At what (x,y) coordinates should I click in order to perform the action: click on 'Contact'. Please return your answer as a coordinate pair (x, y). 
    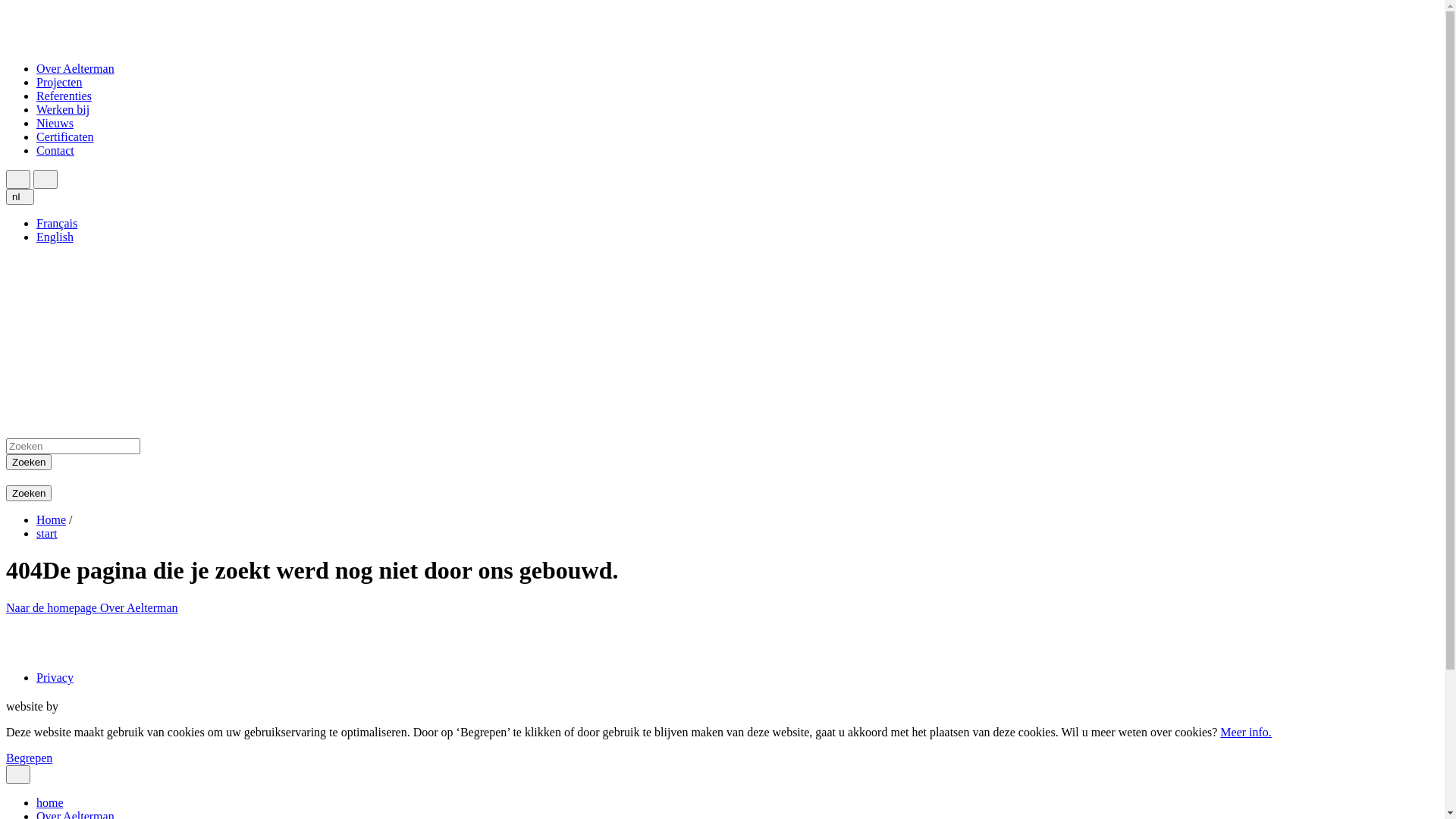
    Looking at the image, I should click on (55, 150).